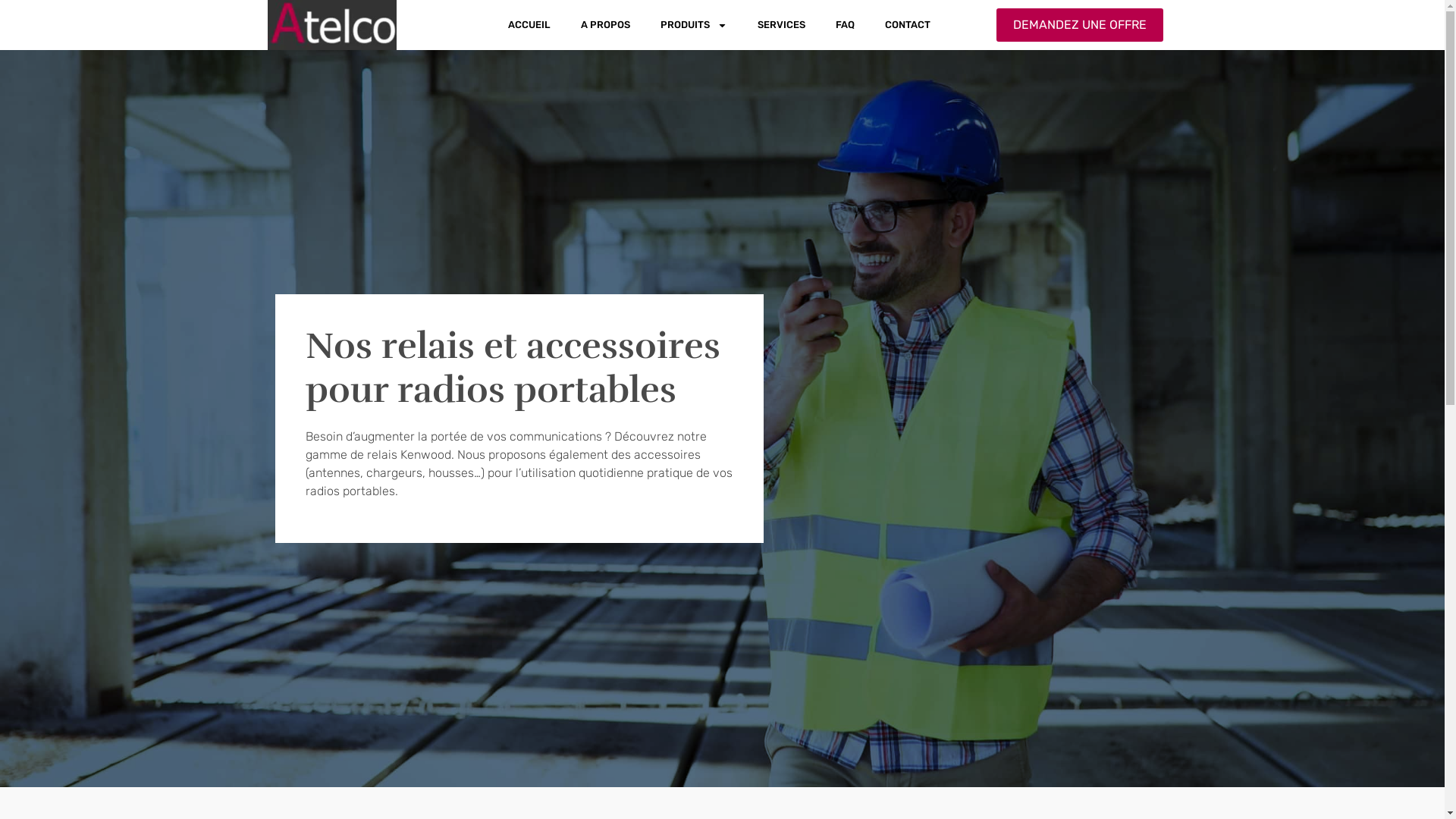 This screenshot has height=819, width=1456. I want to click on 'DEMANDEZ UNE OFFRE', so click(996, 25).